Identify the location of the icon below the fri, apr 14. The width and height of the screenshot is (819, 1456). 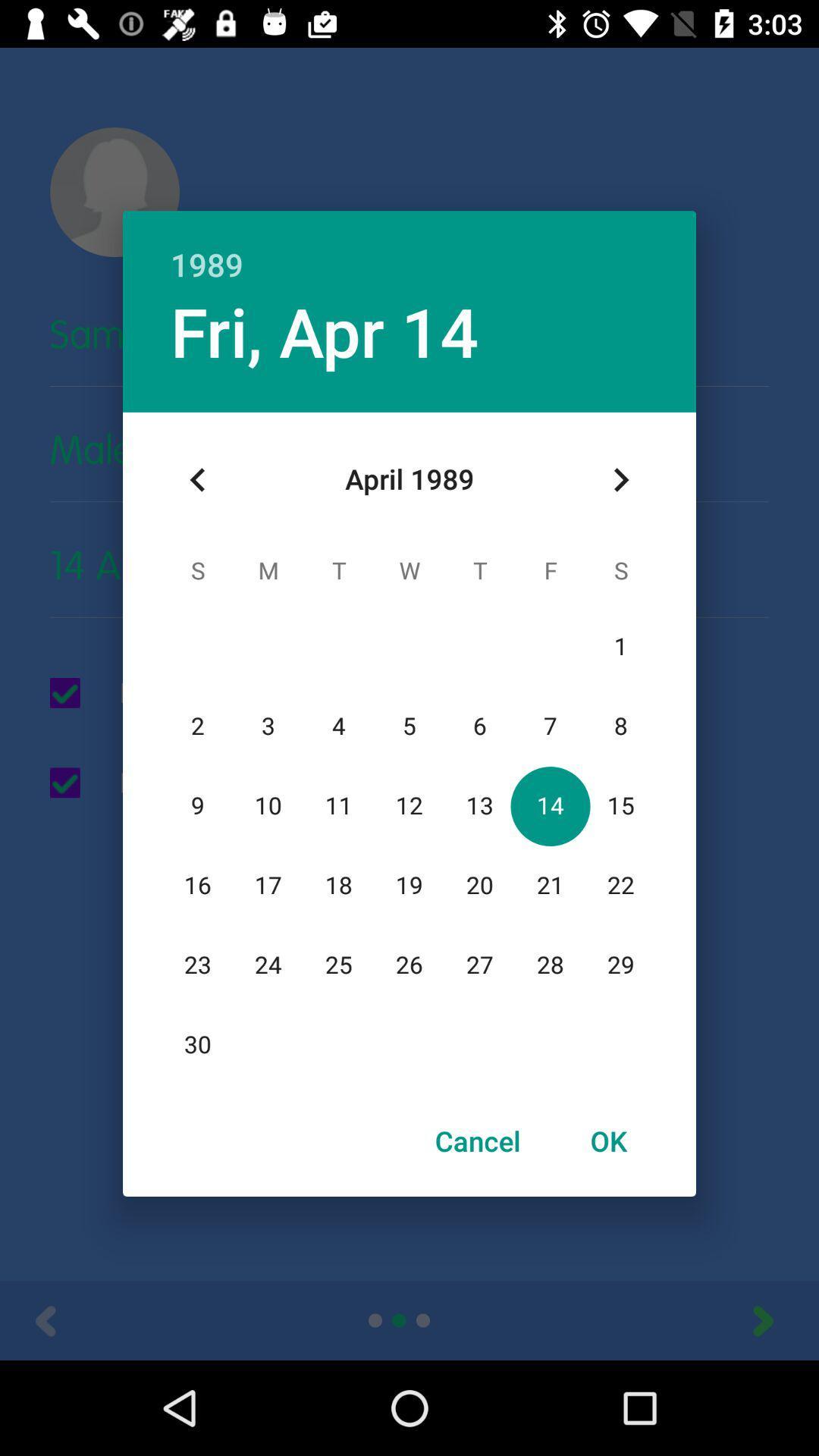
(197, 479).